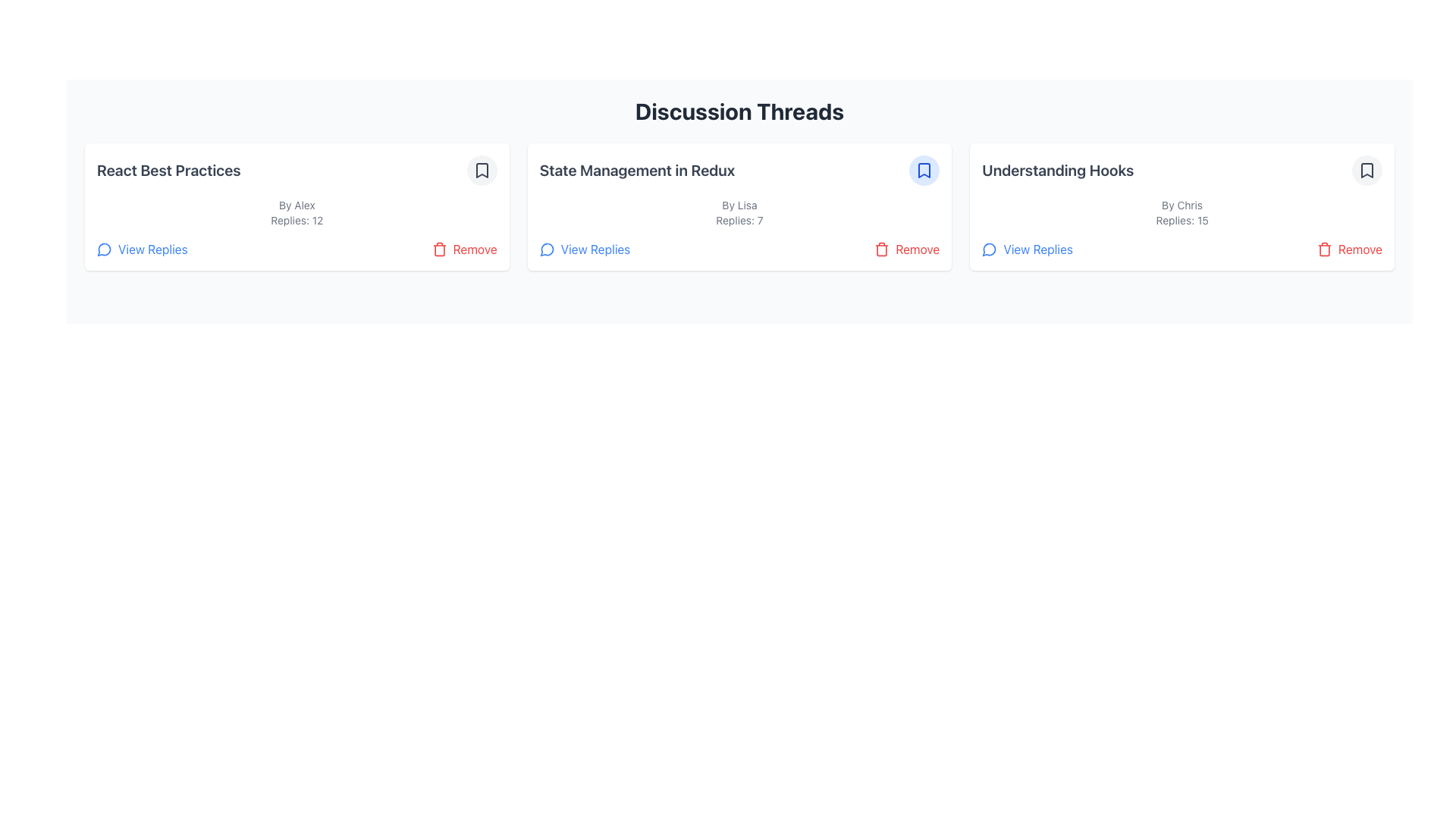 The width and height of the screenshot is (1456, 819). I want to click on text label that titles the discussion thread located at the top-left of the first item in the discussion card list, above 'By Alex' and 'Replies: 12', so click(168, 170).